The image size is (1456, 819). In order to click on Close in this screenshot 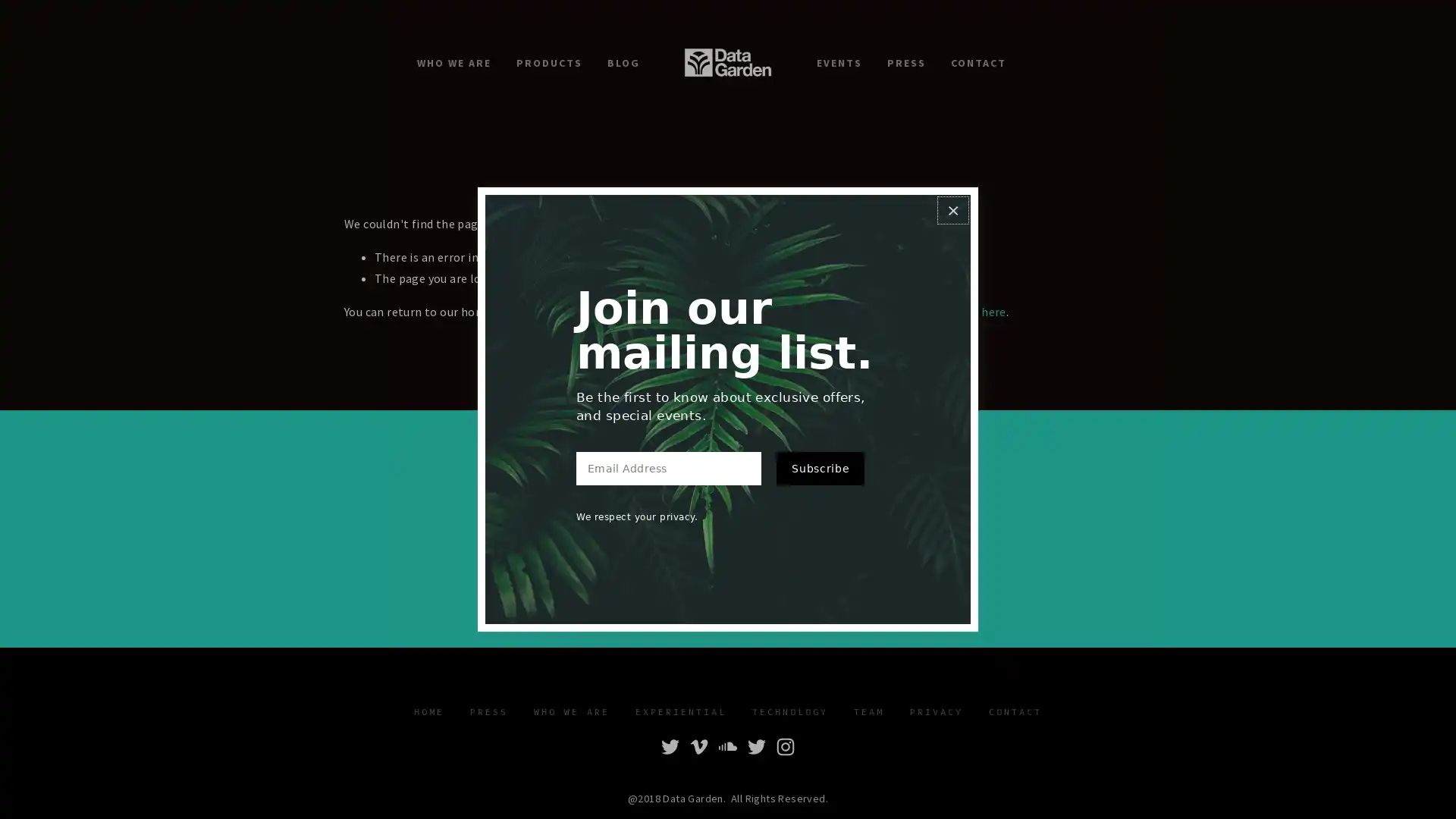, I will do `click(952, 210)`.